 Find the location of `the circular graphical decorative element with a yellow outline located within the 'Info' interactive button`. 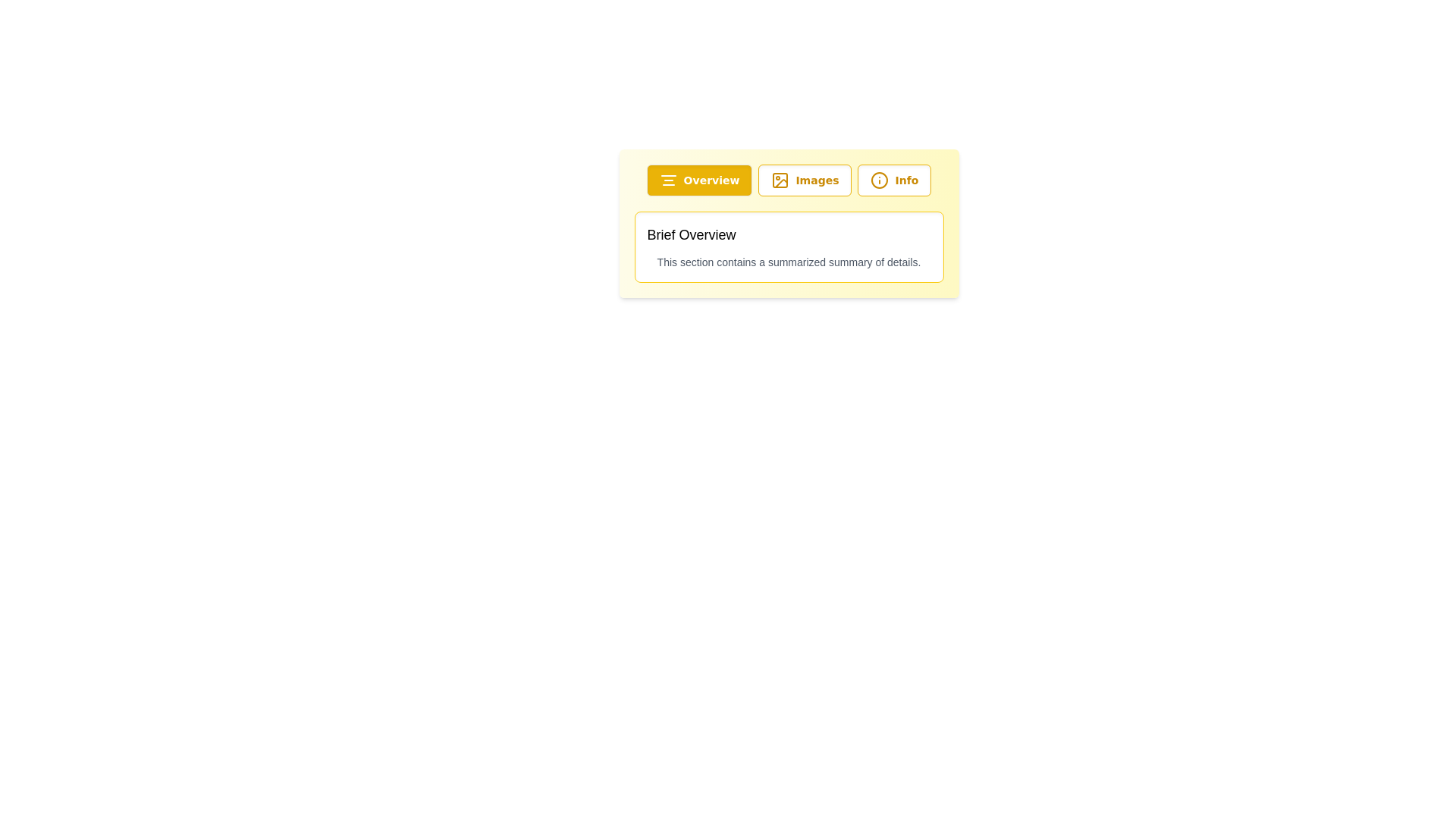

the circular graphical decorative element with a yellow outline located within the 'Info' interactive button is located at coordinates (880, 180).